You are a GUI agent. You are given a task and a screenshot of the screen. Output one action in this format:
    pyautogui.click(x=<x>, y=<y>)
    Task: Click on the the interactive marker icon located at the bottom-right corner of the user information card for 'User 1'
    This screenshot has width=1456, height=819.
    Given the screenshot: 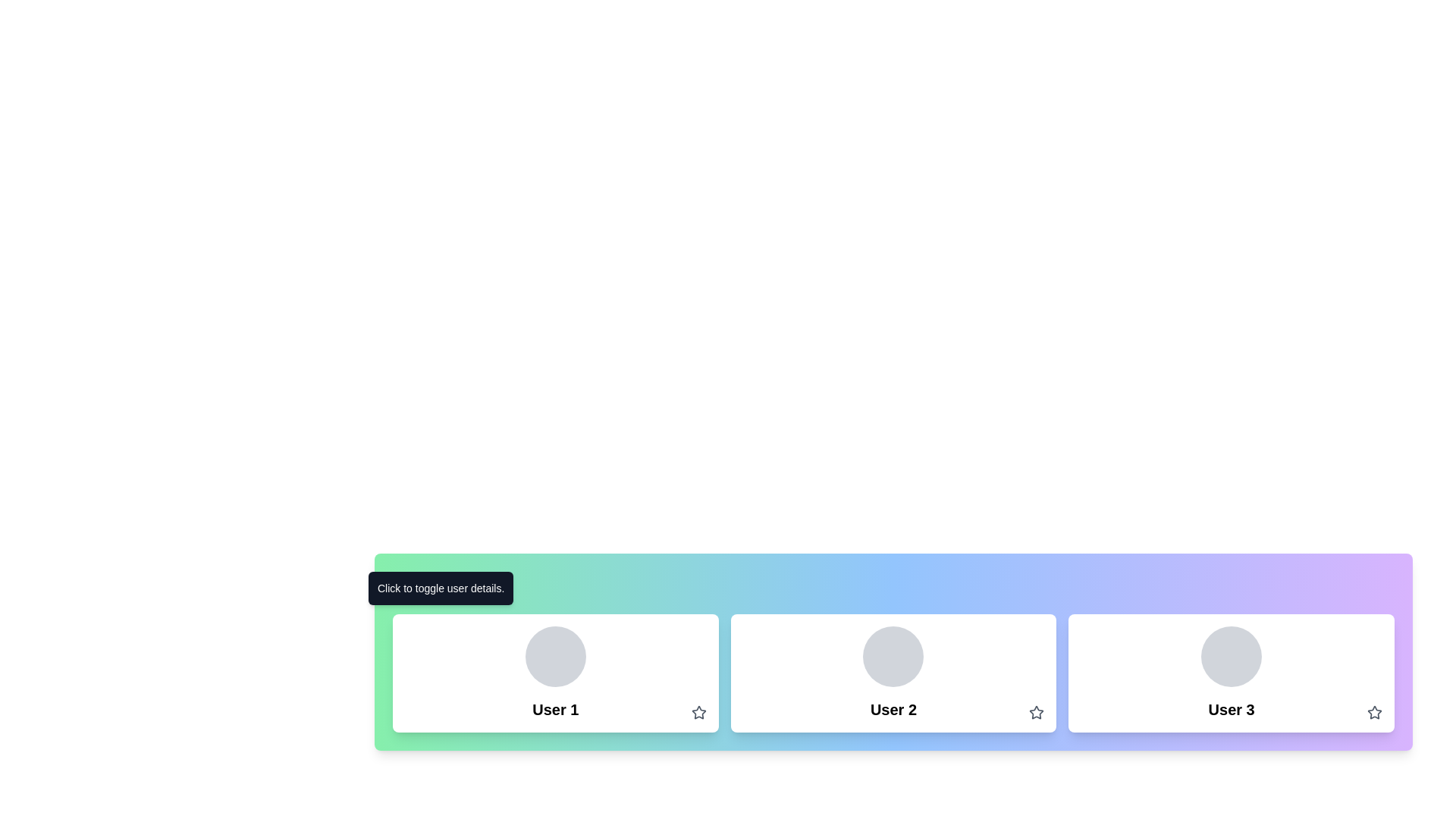 What is the action you would take?
    pyautogui.click(x=698, y=713)
    